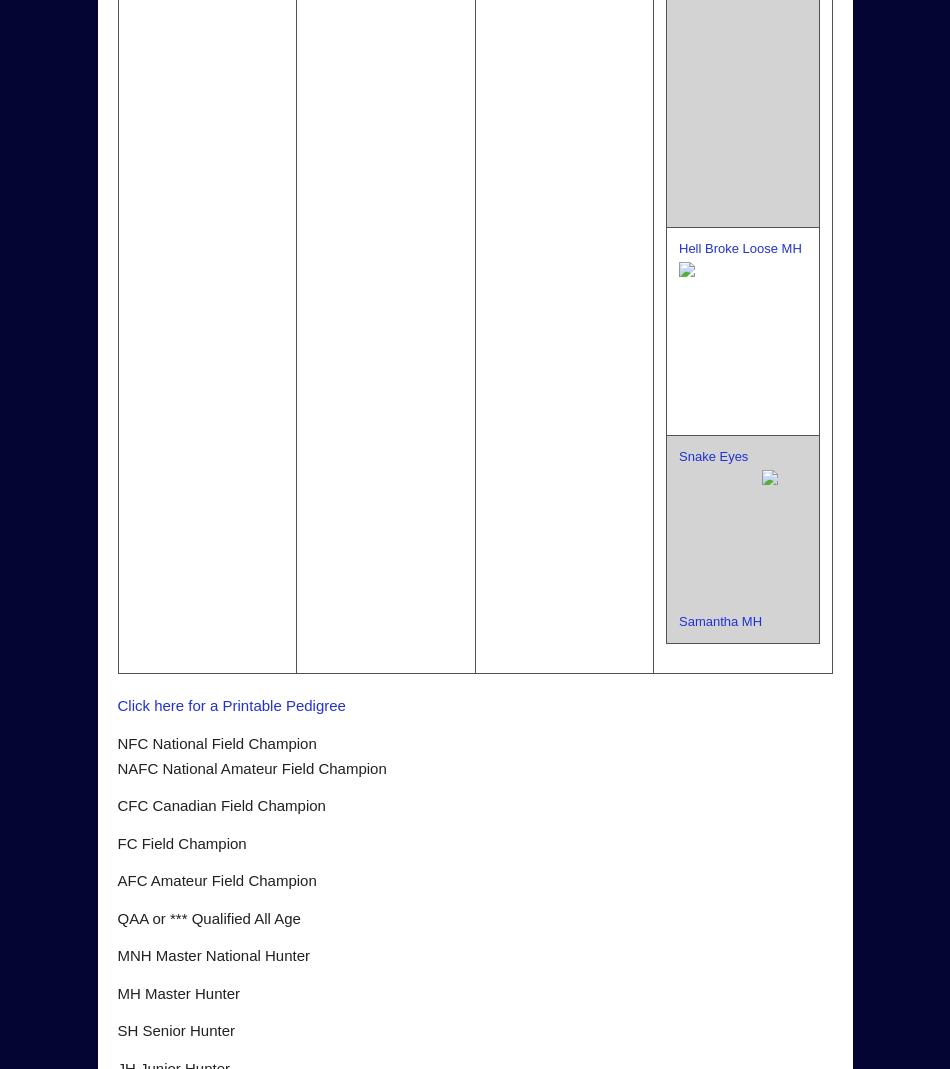  I want to click on 'MNH Master National Hunter', so click(117, 954).